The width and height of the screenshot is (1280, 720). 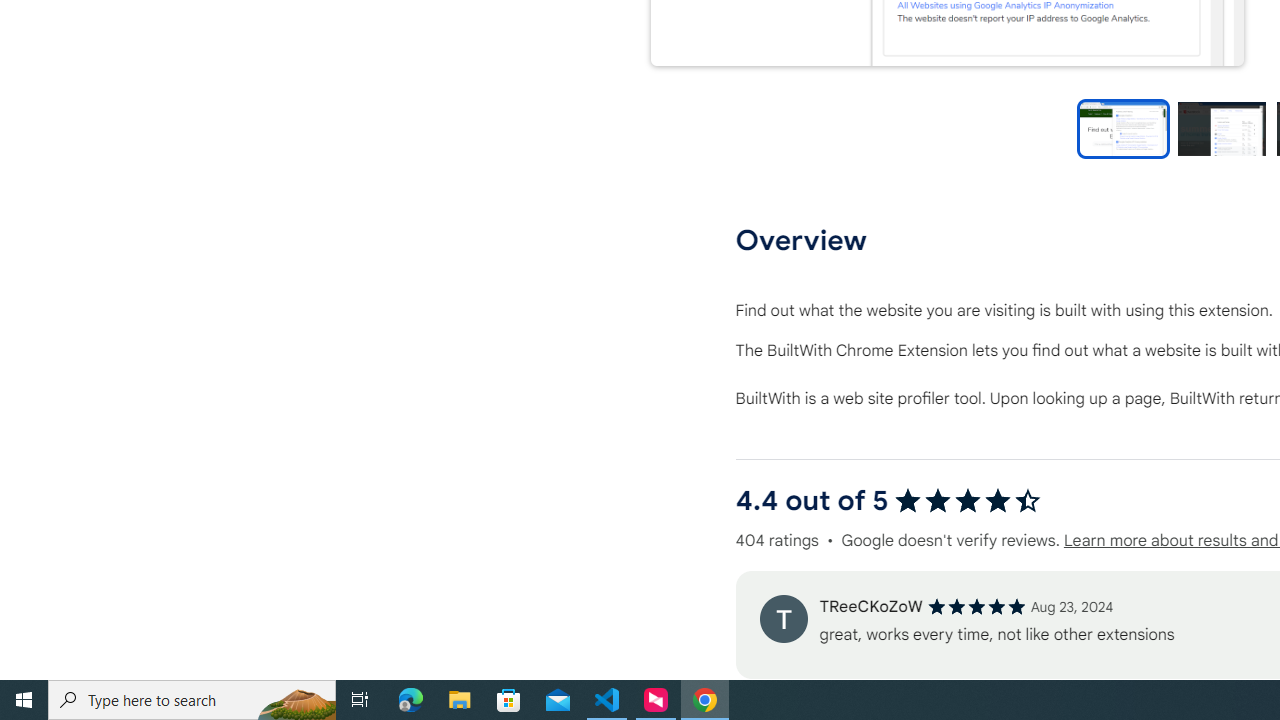 I want to click on '4.4 out of 5 stars', so click(x=967, y=499).